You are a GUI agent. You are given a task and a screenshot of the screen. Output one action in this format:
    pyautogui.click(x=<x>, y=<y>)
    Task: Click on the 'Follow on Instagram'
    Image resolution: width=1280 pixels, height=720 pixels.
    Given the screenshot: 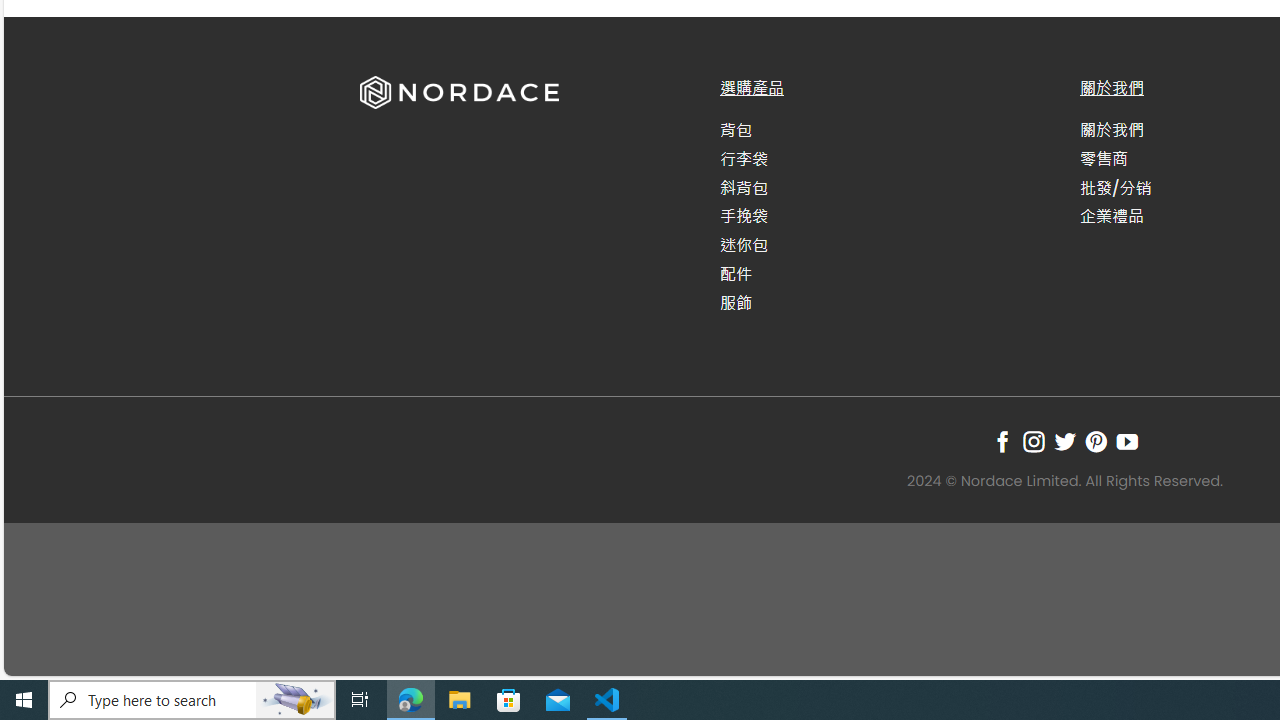 What is the action you would take?
    pyautogui.click(x=1033, y=440)
    